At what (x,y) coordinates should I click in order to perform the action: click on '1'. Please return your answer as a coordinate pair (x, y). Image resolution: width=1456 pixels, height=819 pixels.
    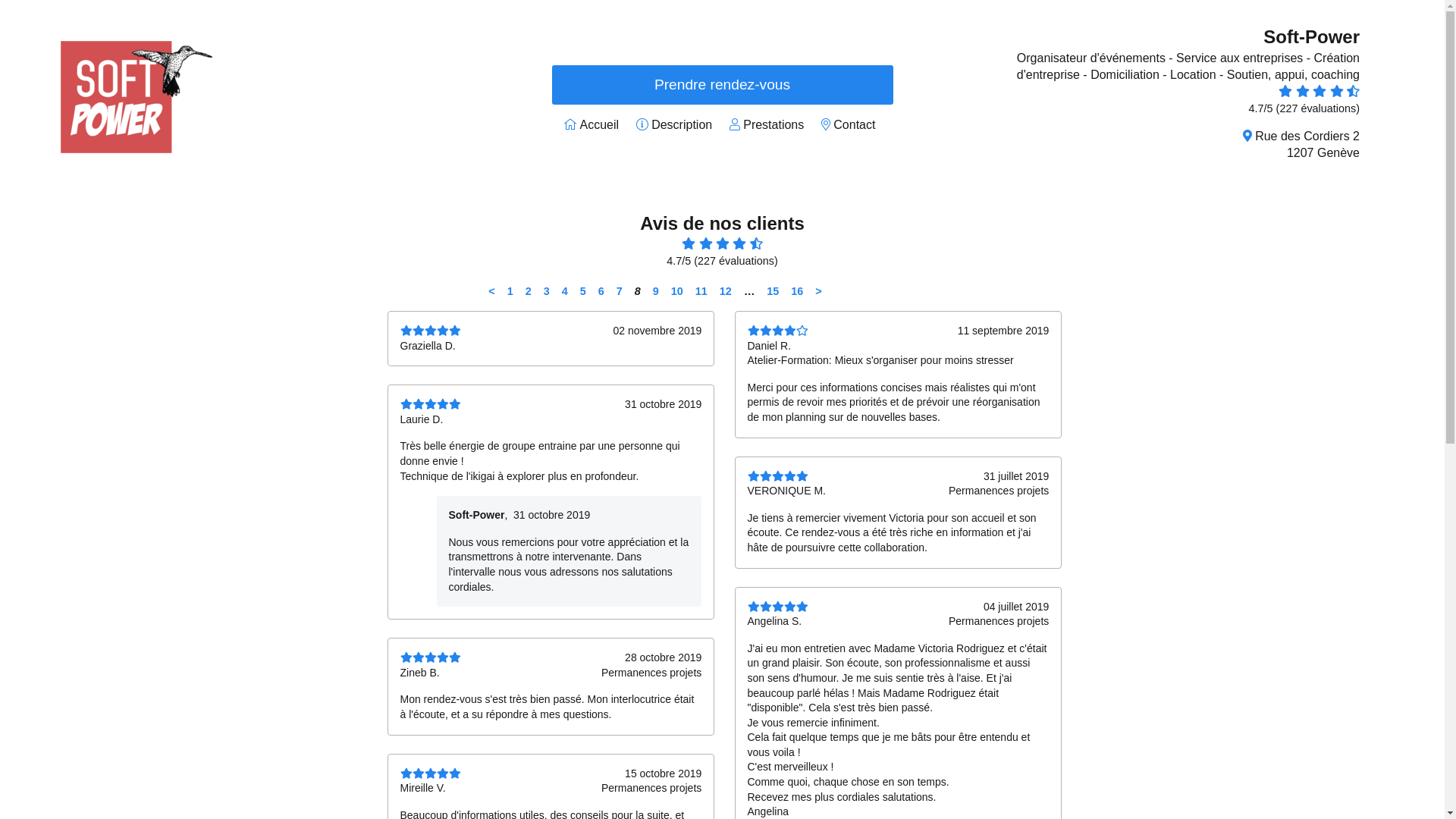
    Looking at the image, I should click on (510, 291).